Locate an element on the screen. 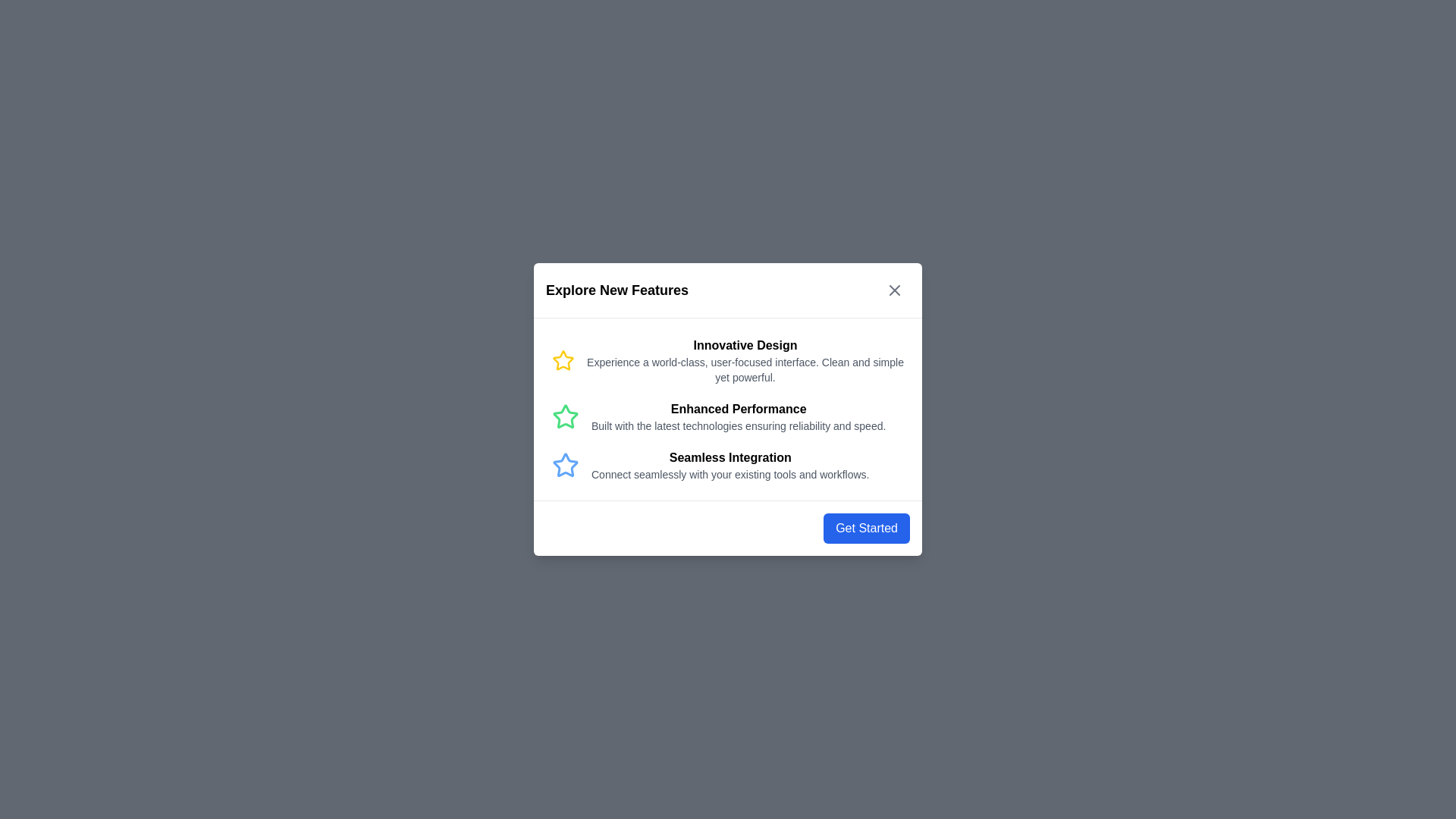 The width and height of the screenshot is (1456, 819). the static text display labeled 'Innovative Design' located in the middle section of the 'Explore New Features' modal window is located at coordinates (745, 360).